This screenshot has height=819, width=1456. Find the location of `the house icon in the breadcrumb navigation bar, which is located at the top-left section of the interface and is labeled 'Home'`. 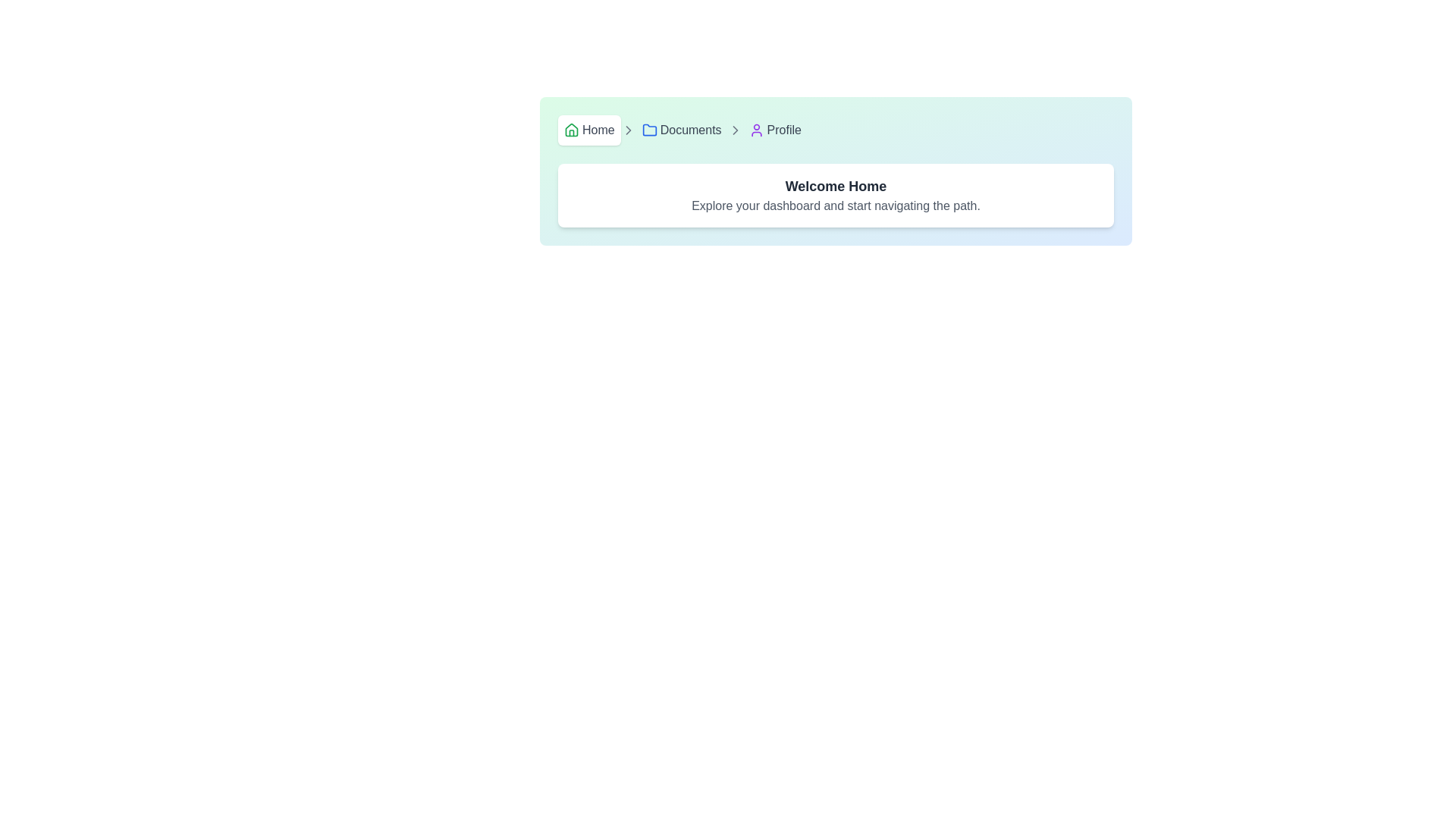

the house icon in the breadcrumb navigation bar, which is located at the top-left section of the interface and is labeled 'Home' is located at coordinates (570, 128).